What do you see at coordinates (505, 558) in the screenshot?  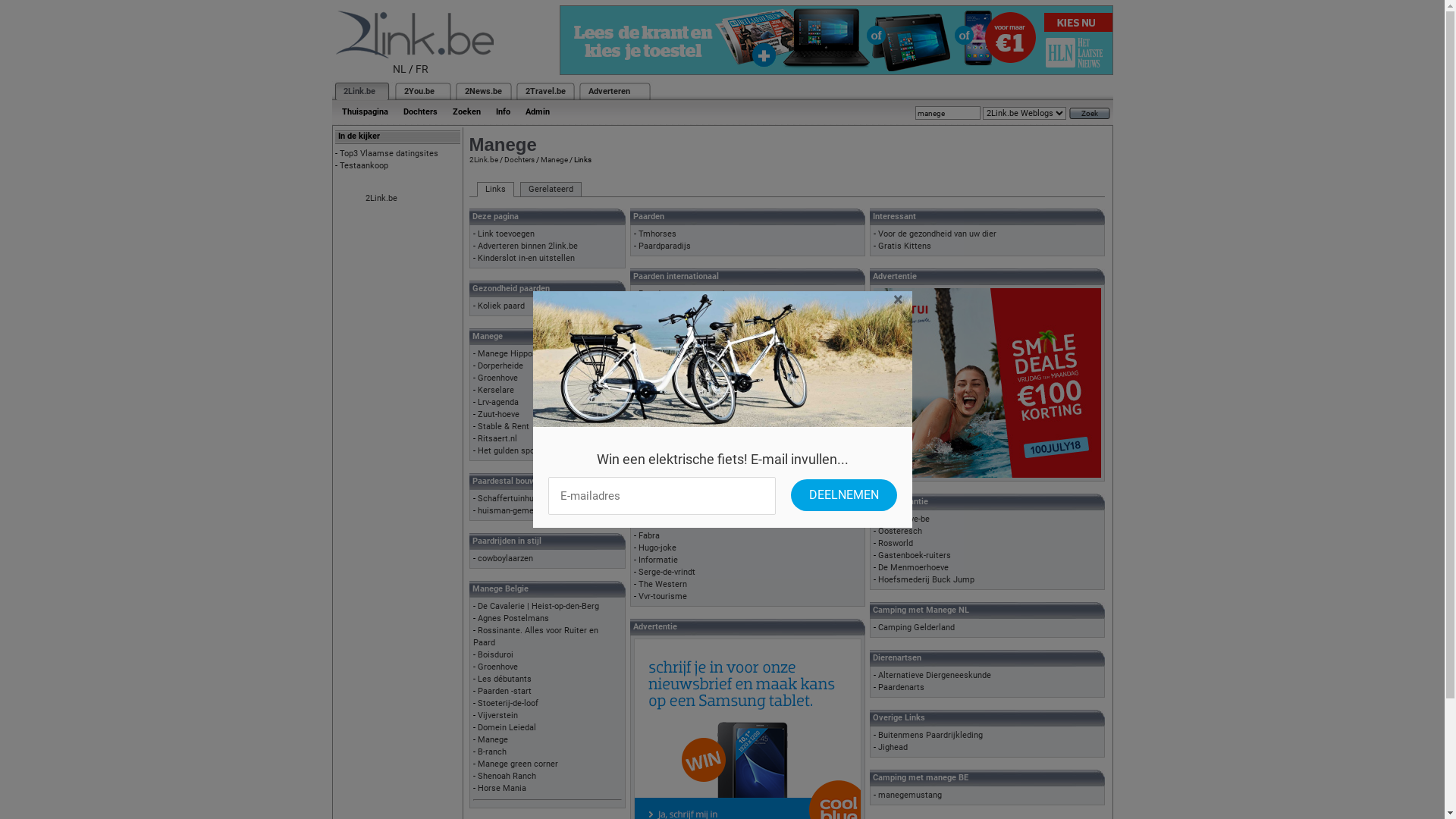 I see `'cowboylaarzen'` at bounding box center [505, 558].